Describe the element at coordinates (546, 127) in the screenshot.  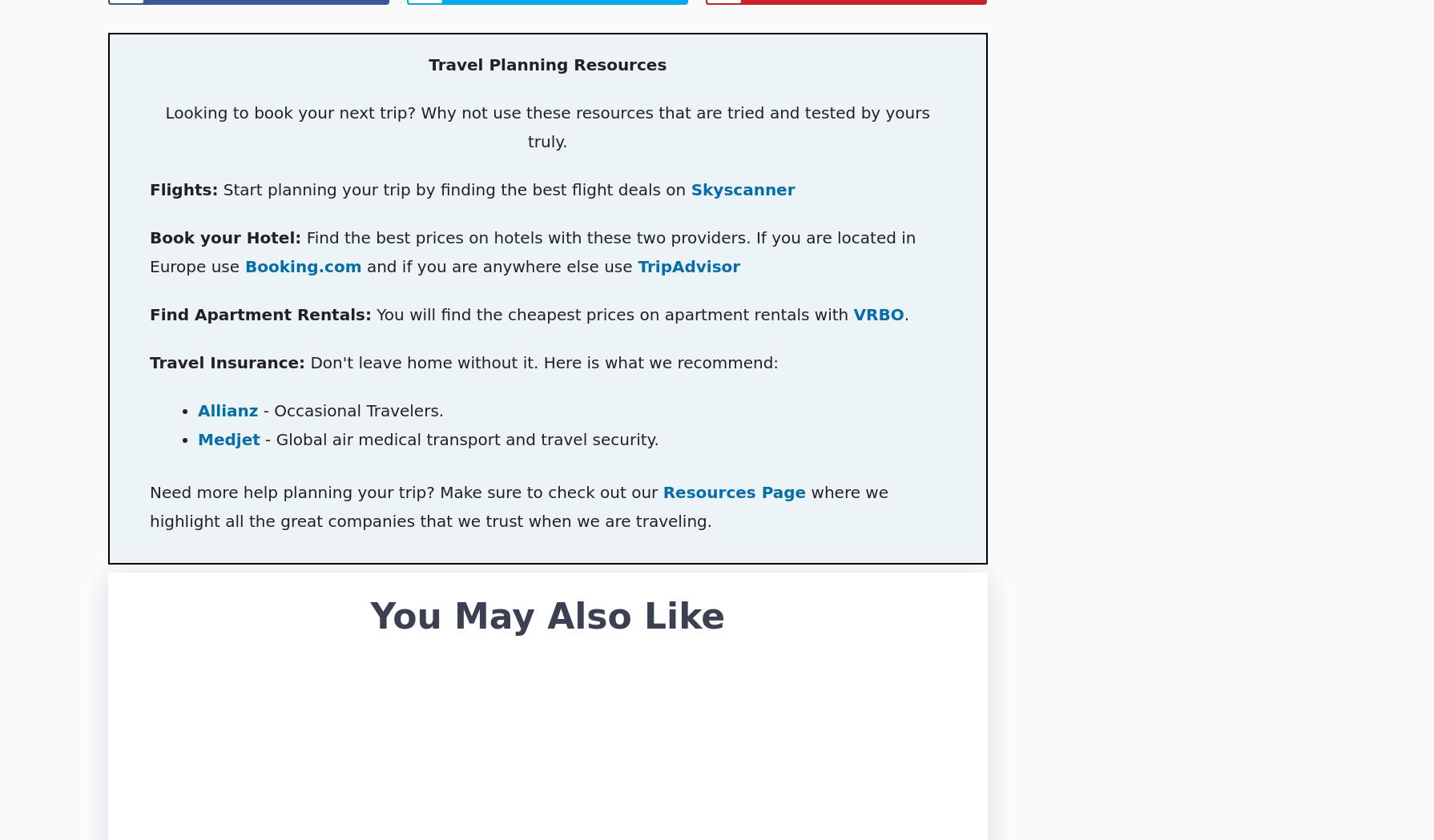
I see `'Looking to book your next trip? Why not use these resources that are tried and tested by yours truly.'` at that location.